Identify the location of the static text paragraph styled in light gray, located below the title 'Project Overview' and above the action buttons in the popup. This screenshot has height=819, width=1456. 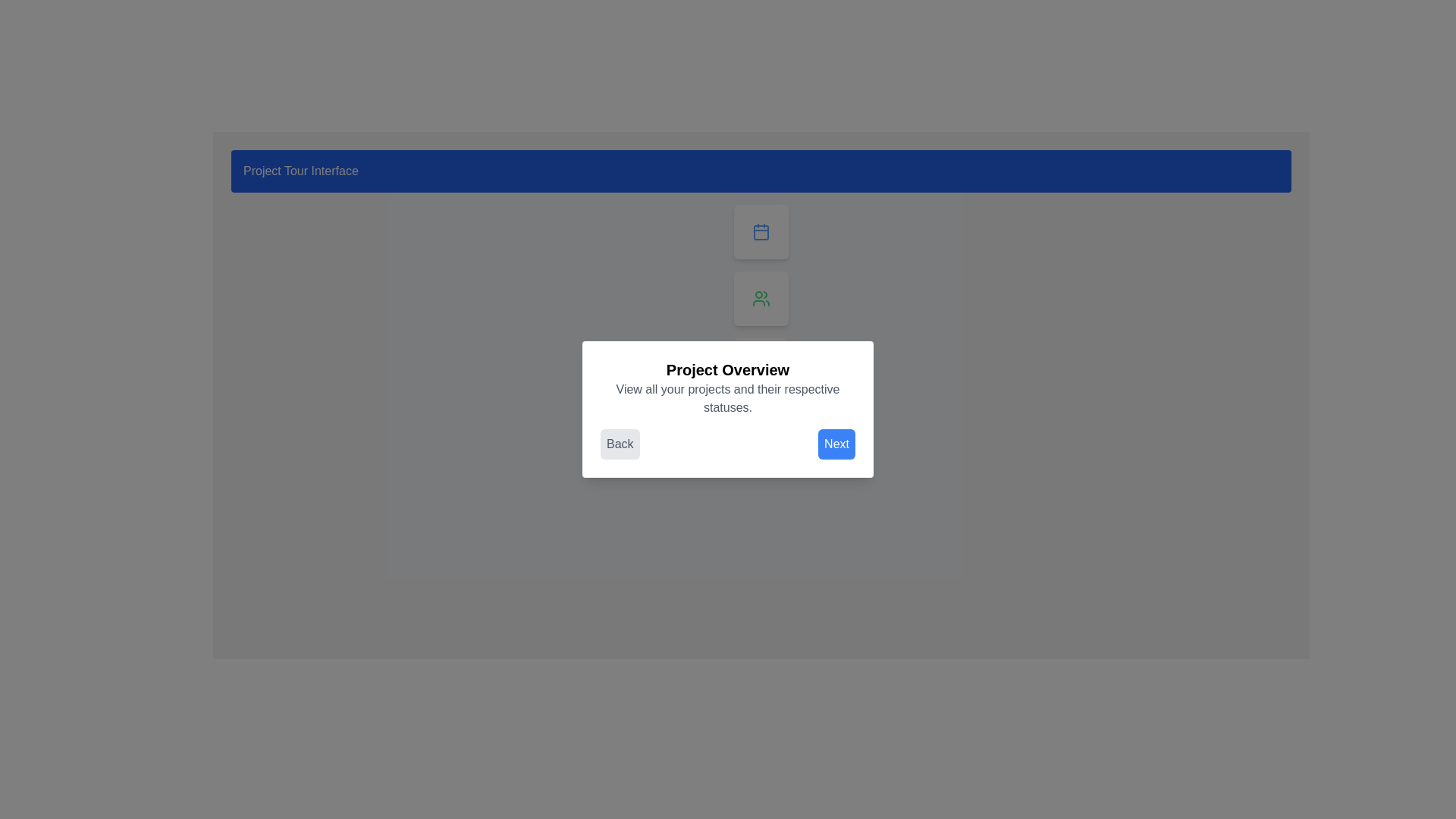
(728, 397).